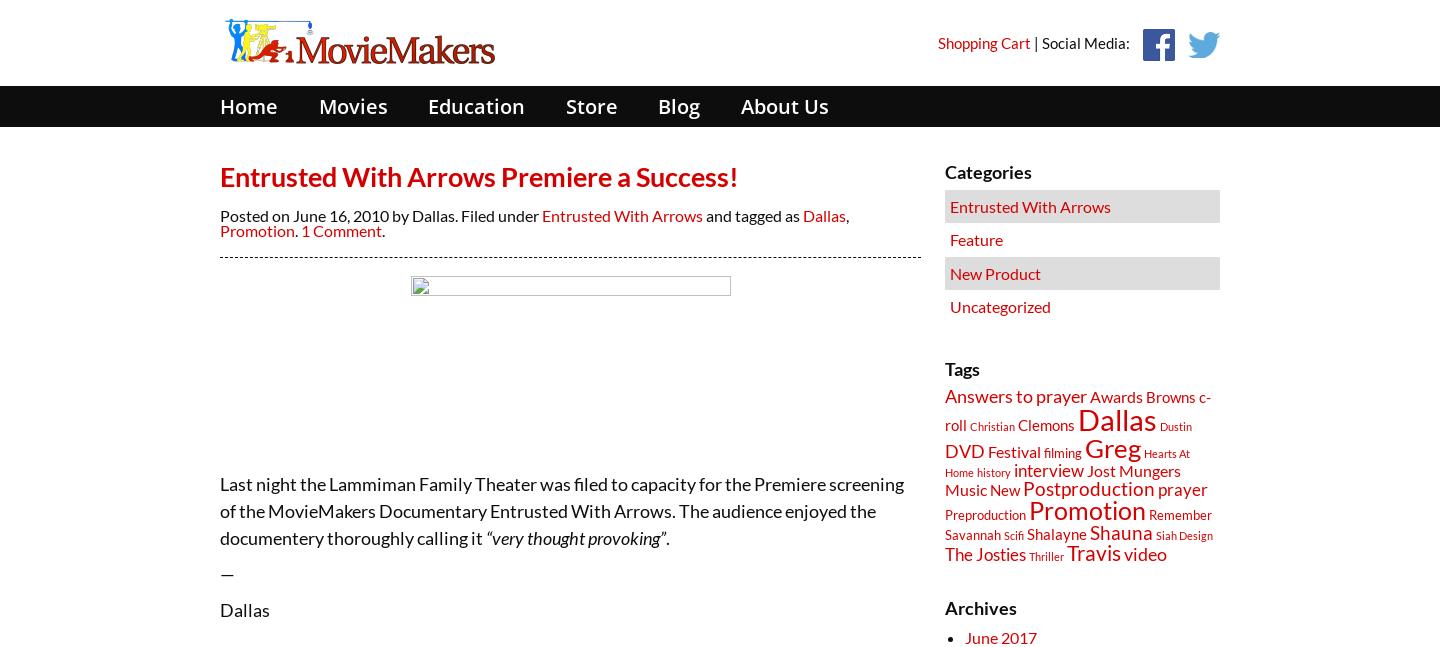 The height and width of the screenshot is (647, 1440). Describe the element at coordinates (964, 488) in the screenshot. I see `'Music'` at that location.